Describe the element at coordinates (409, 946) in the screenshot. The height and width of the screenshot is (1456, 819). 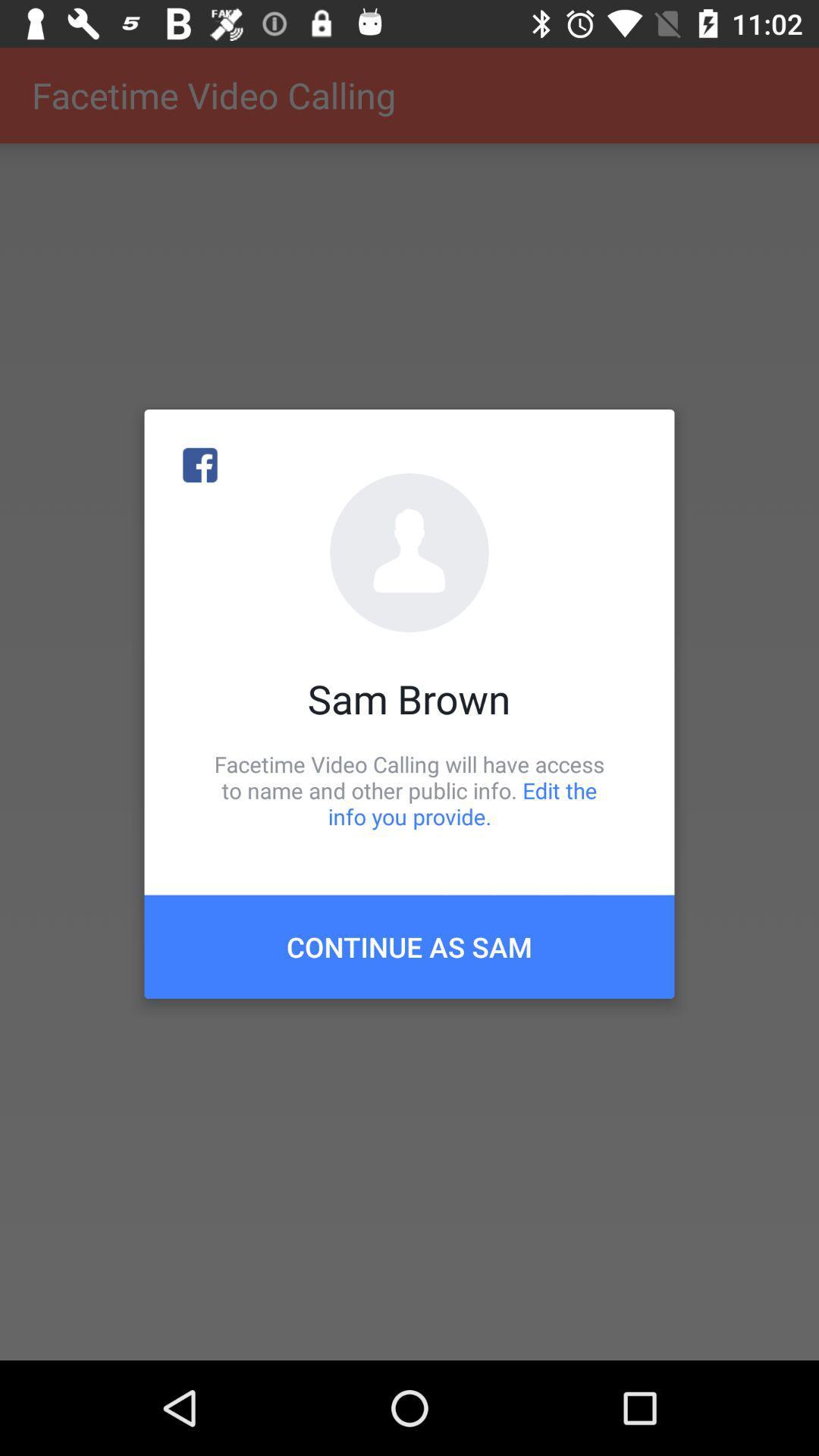
I see `the continue as sam icon` at that location.